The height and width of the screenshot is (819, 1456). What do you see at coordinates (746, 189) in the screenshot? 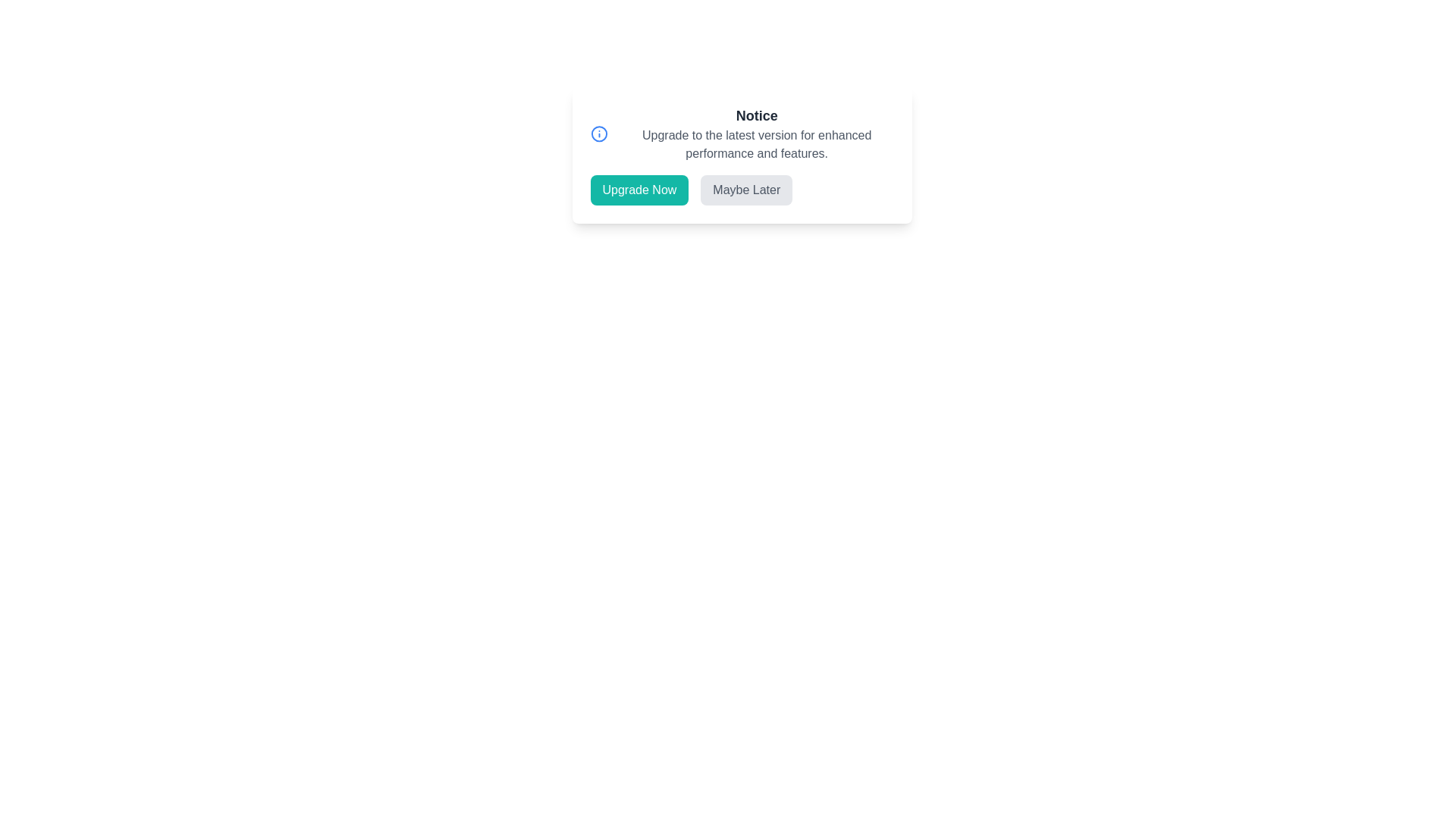
I see `the 'Maybe Later' button` at bounding box center [746, 189].